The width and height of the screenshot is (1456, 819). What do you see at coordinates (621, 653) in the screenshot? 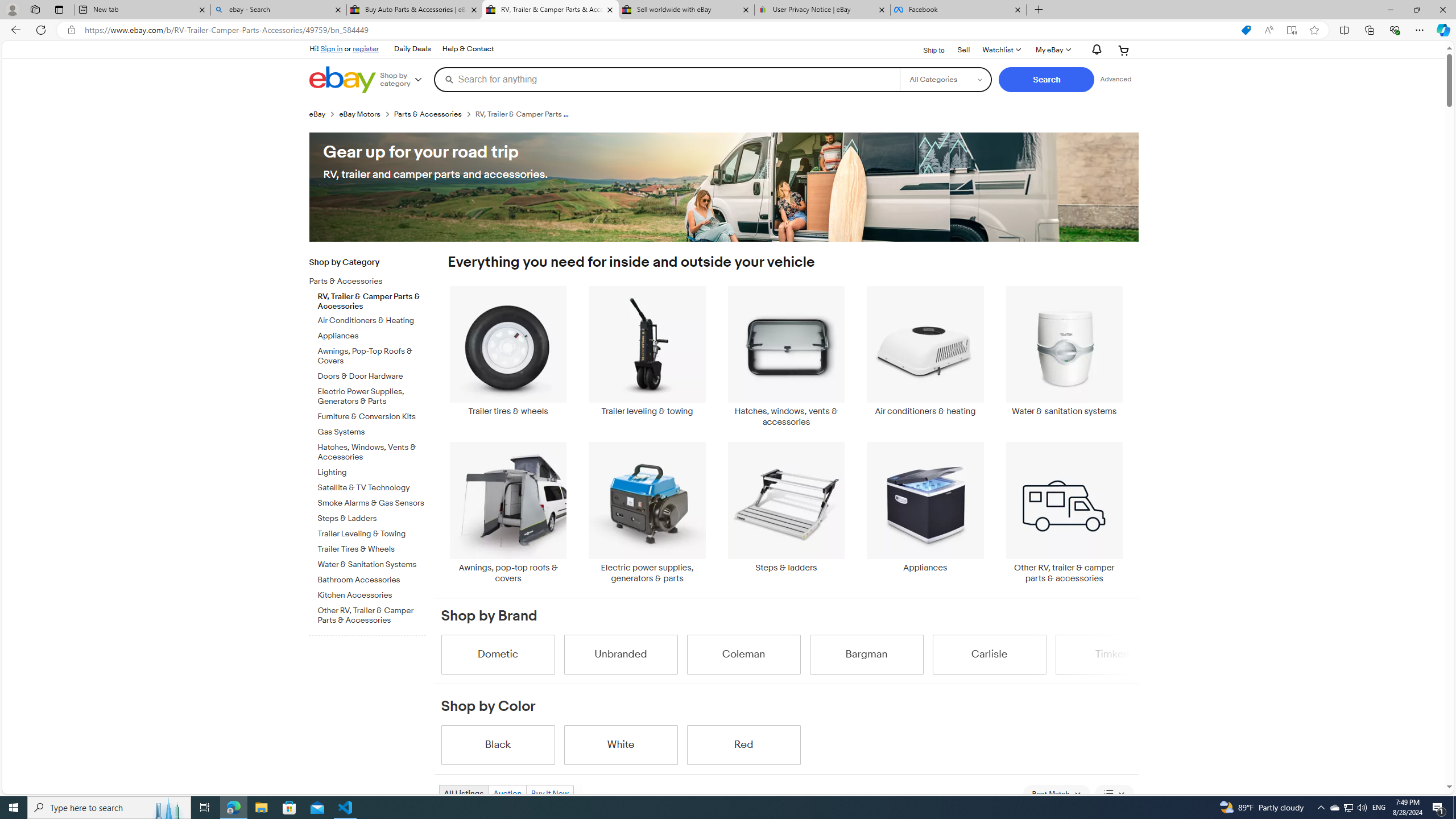
I see `'Unbranded'` at bounding box center [621, 653].